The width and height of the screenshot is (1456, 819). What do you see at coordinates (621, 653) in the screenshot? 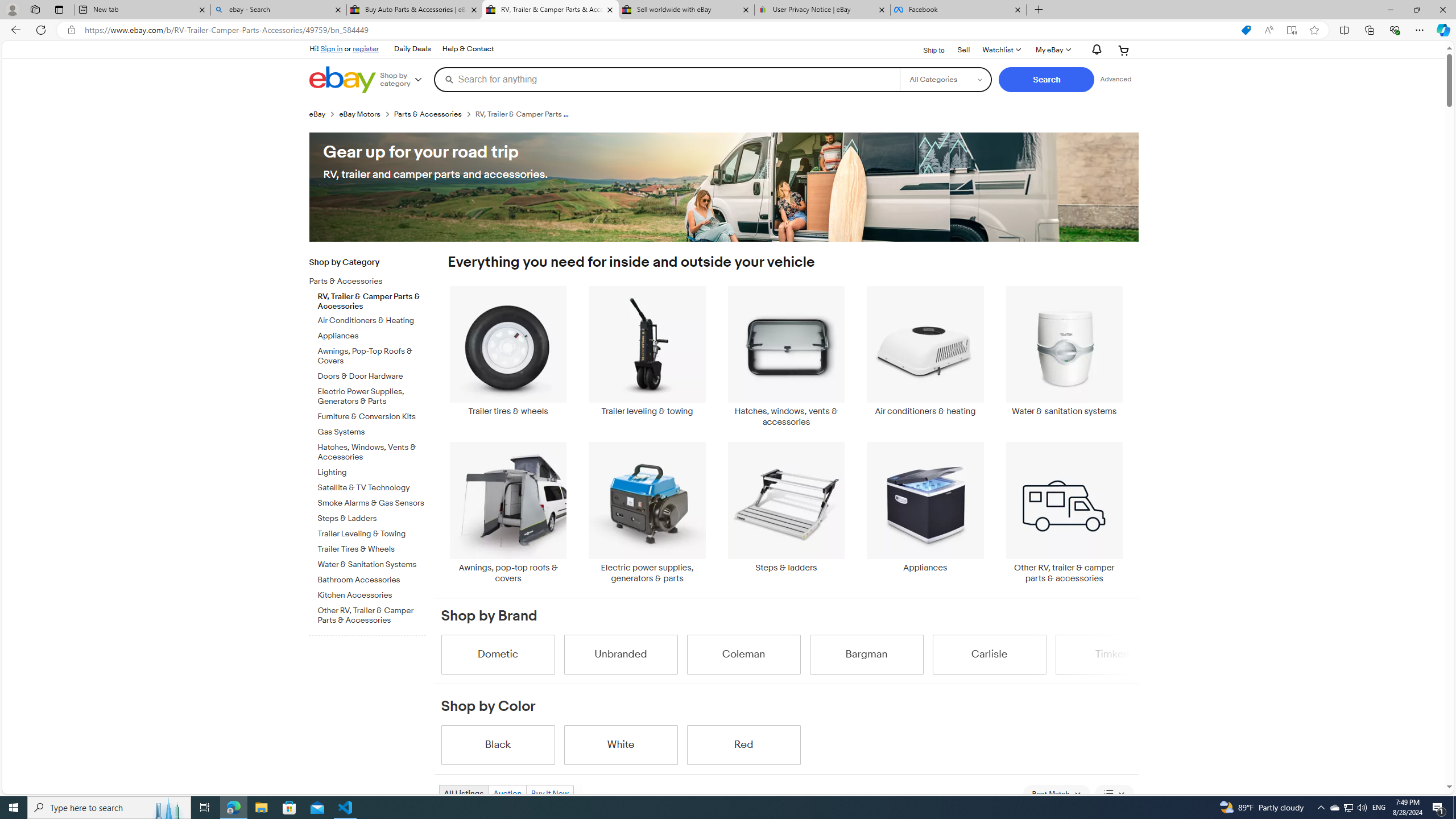
I see `'Unbranded'` at bounding box center [621, 653].